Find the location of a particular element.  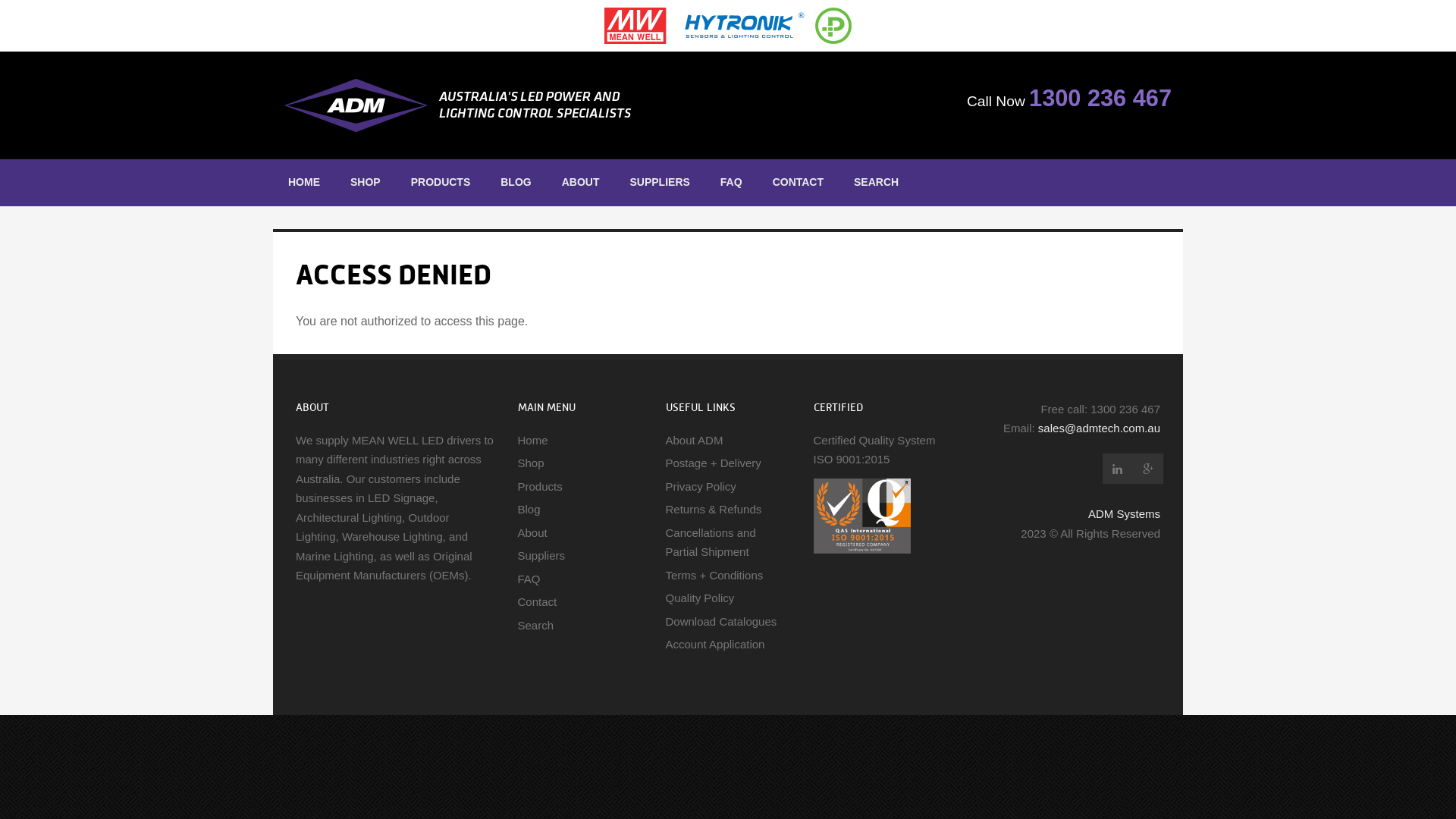

'1300 236 467' is located at coordinates (1029, 98).